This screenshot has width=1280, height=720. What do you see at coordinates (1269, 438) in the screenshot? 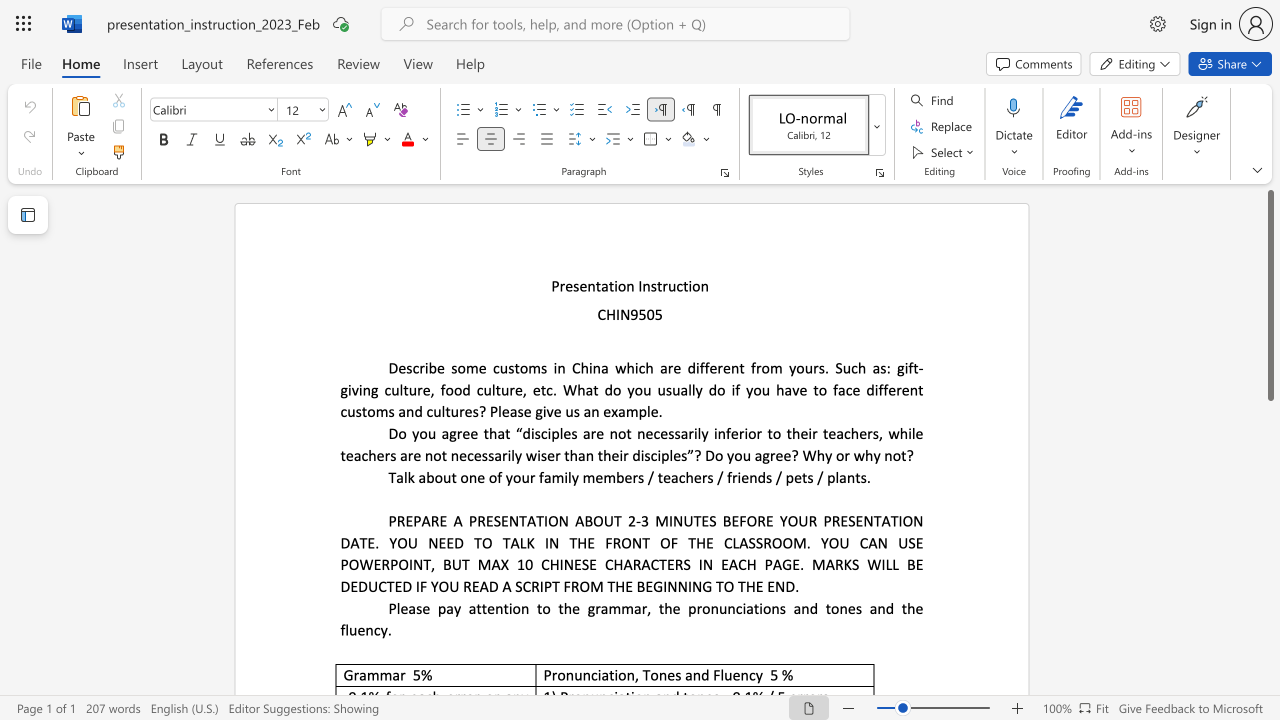
I see `the scrollbar on the right to move the page downward` at bounding box center [1269, 438].